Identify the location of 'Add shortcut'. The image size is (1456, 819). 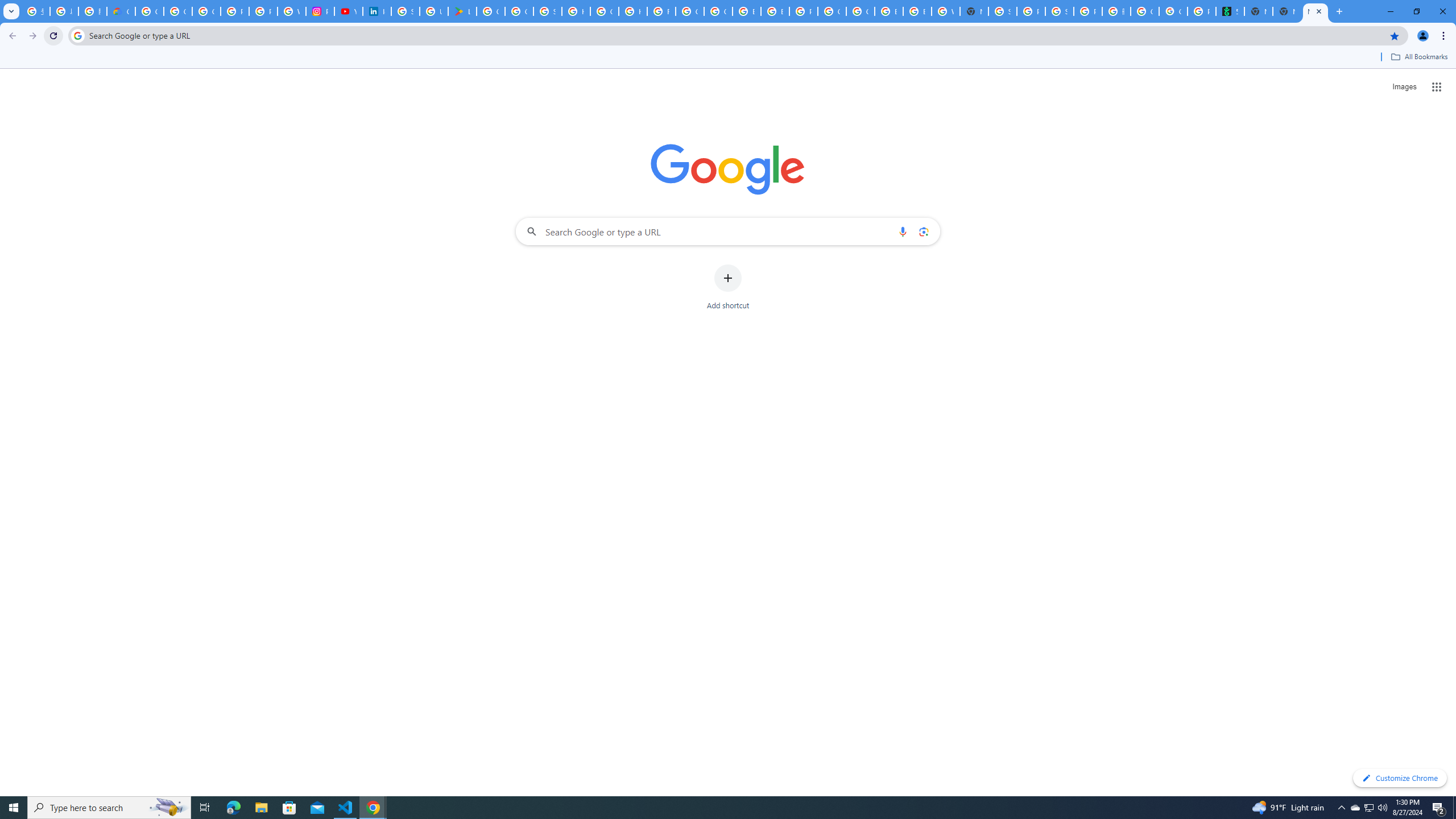
(728, 287).